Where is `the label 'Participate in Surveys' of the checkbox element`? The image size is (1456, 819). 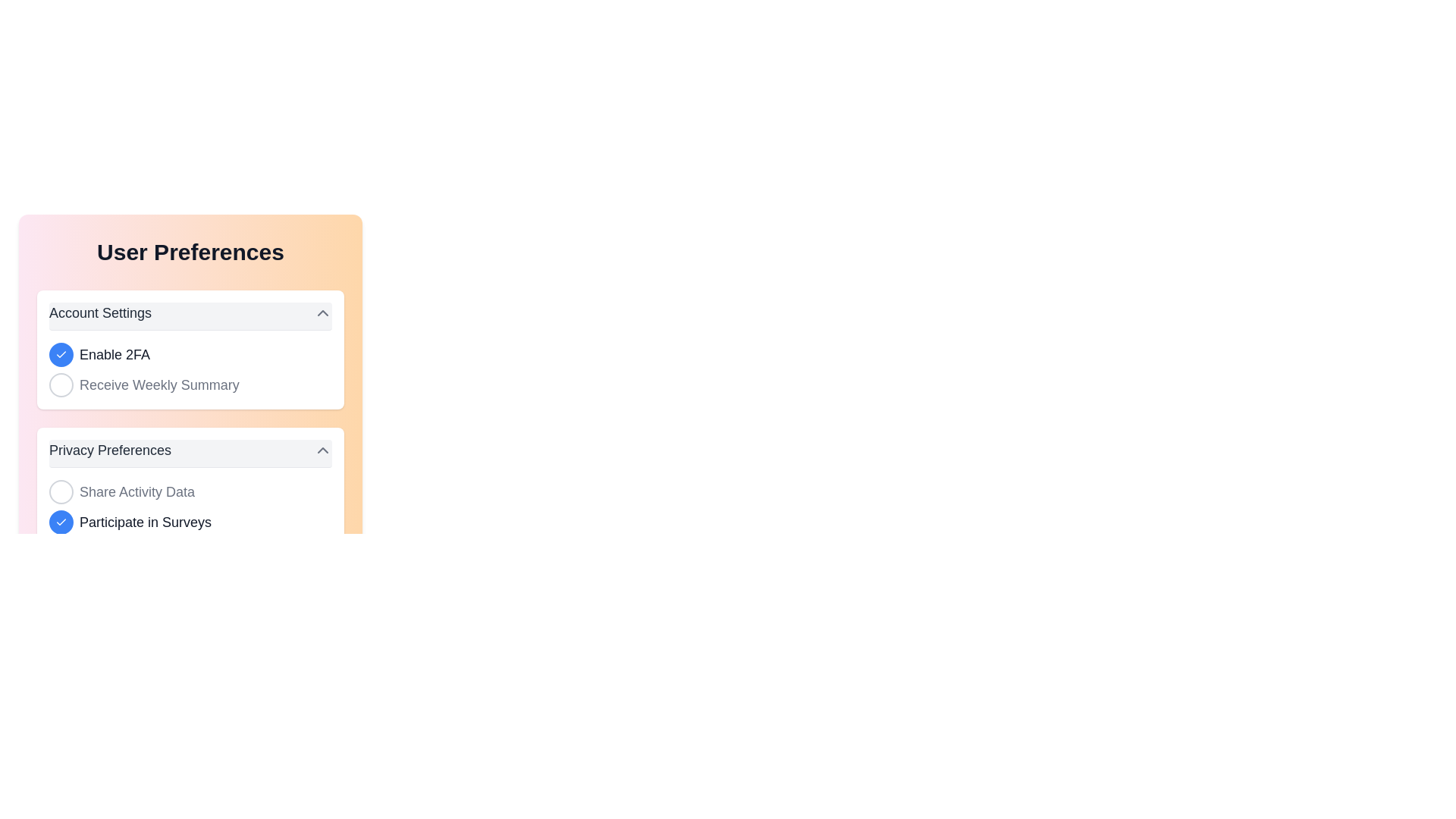 the label 'Participate in Surveys' of the checkbox element is located at coordinates (190, 522).